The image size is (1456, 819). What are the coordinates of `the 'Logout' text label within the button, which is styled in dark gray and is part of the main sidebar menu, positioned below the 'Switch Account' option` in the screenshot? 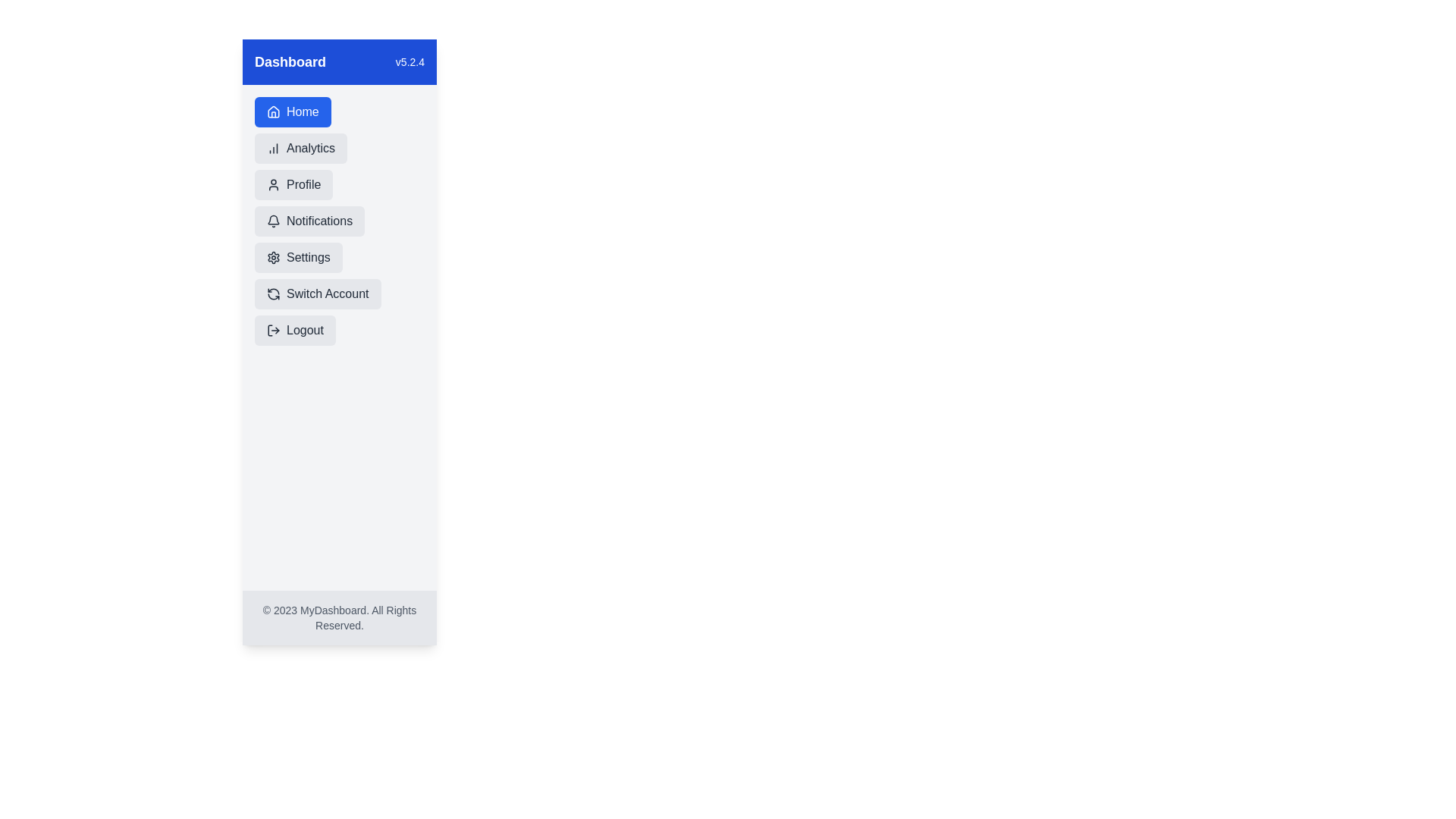 It's located at (304, 329).